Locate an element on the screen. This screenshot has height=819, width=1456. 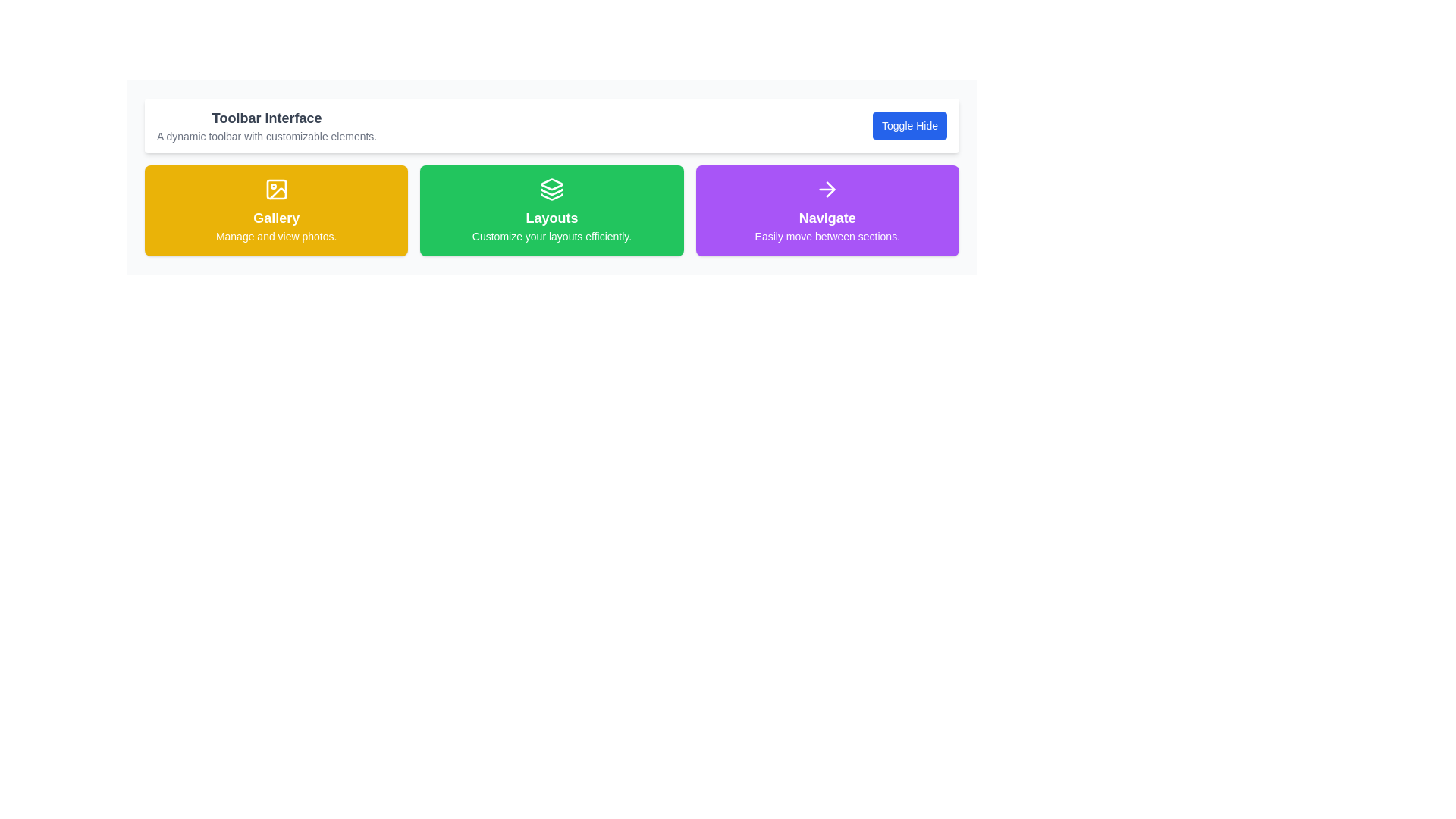
the toggle button located on the right side of the toolbar at the top of the interface is located at coordinates (910, 124).